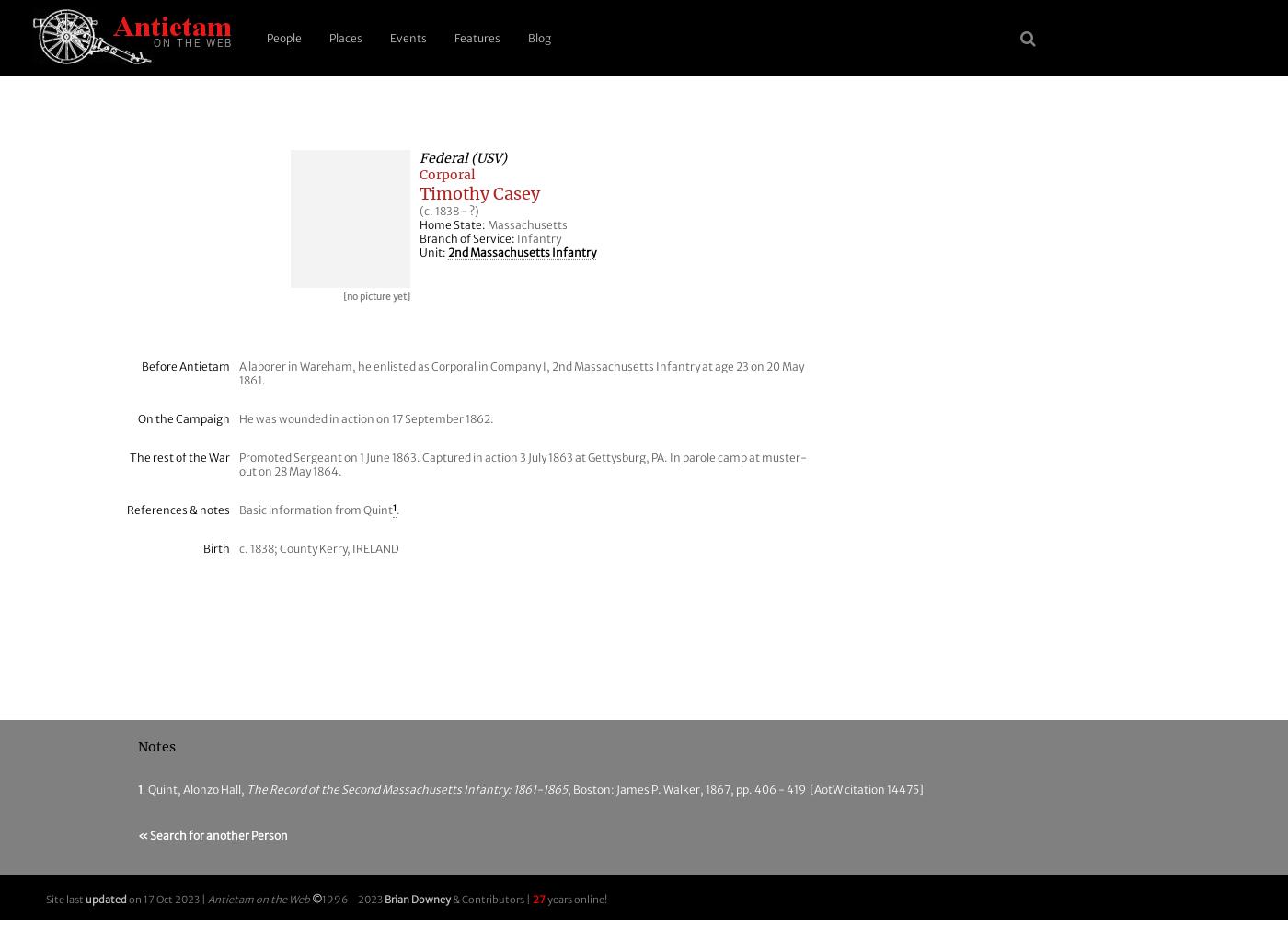 The height and width of the screenshot is (940, 1288). What do you see at coordinates (447, 174) in the screenshot?
I see `'Corporal'` at bounding box center [447, 174].